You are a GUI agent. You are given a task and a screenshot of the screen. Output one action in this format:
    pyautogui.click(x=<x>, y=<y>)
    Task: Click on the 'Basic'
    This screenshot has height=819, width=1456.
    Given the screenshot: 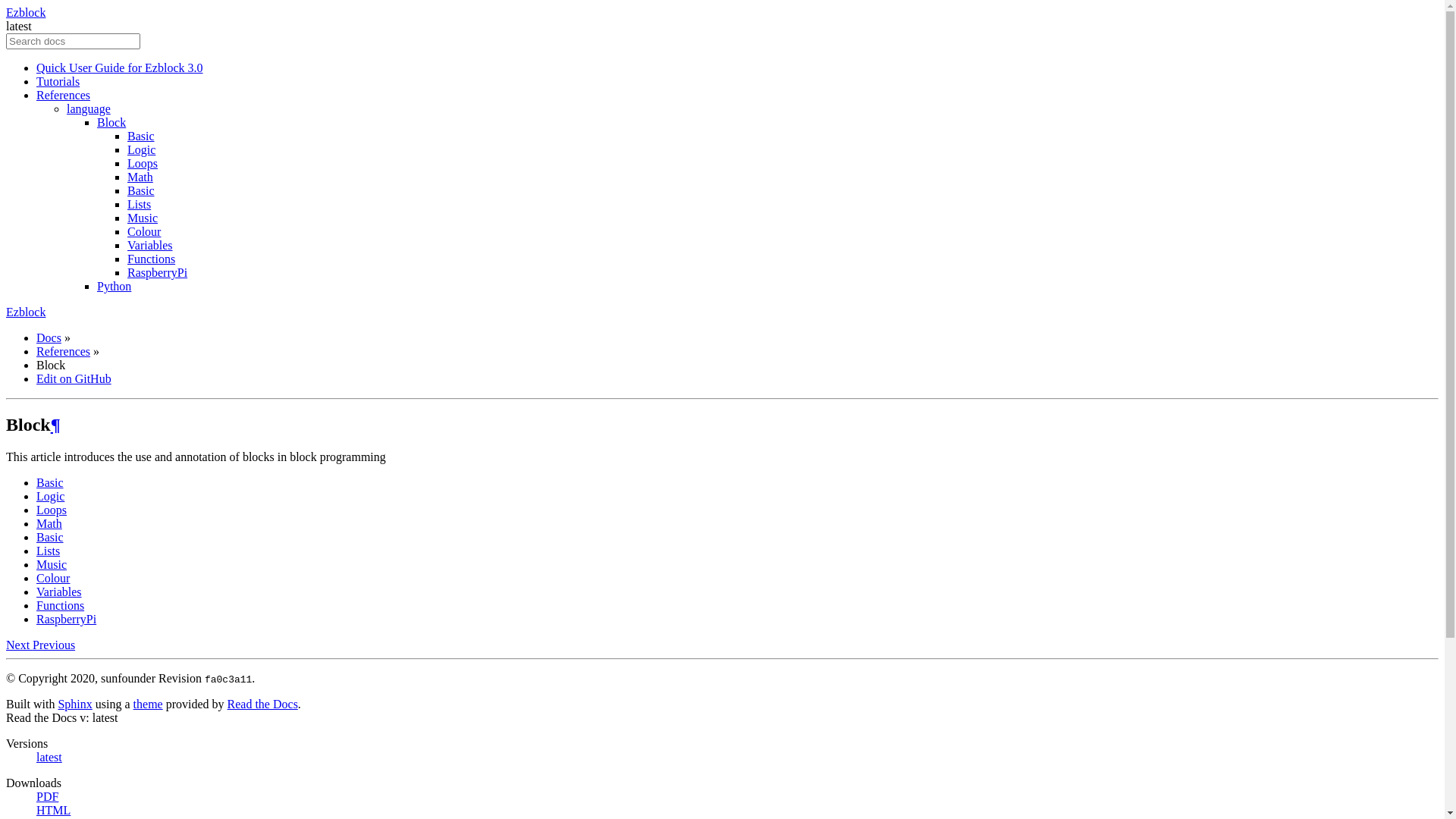 What is the action you would take?
    pyautogui.click(x=127, y=135)
    